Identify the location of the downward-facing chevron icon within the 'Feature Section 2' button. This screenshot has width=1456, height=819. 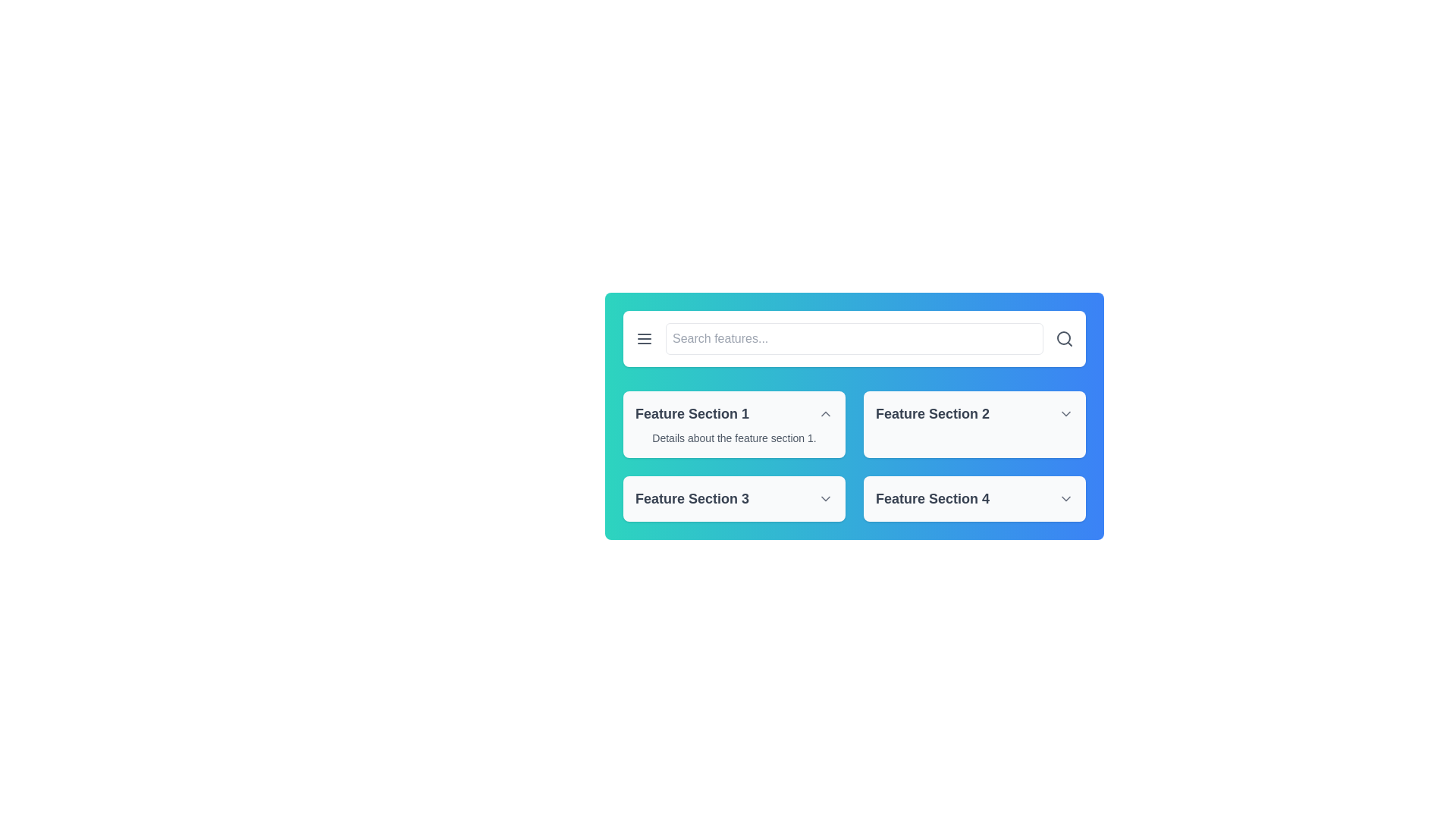
(1065, 414).